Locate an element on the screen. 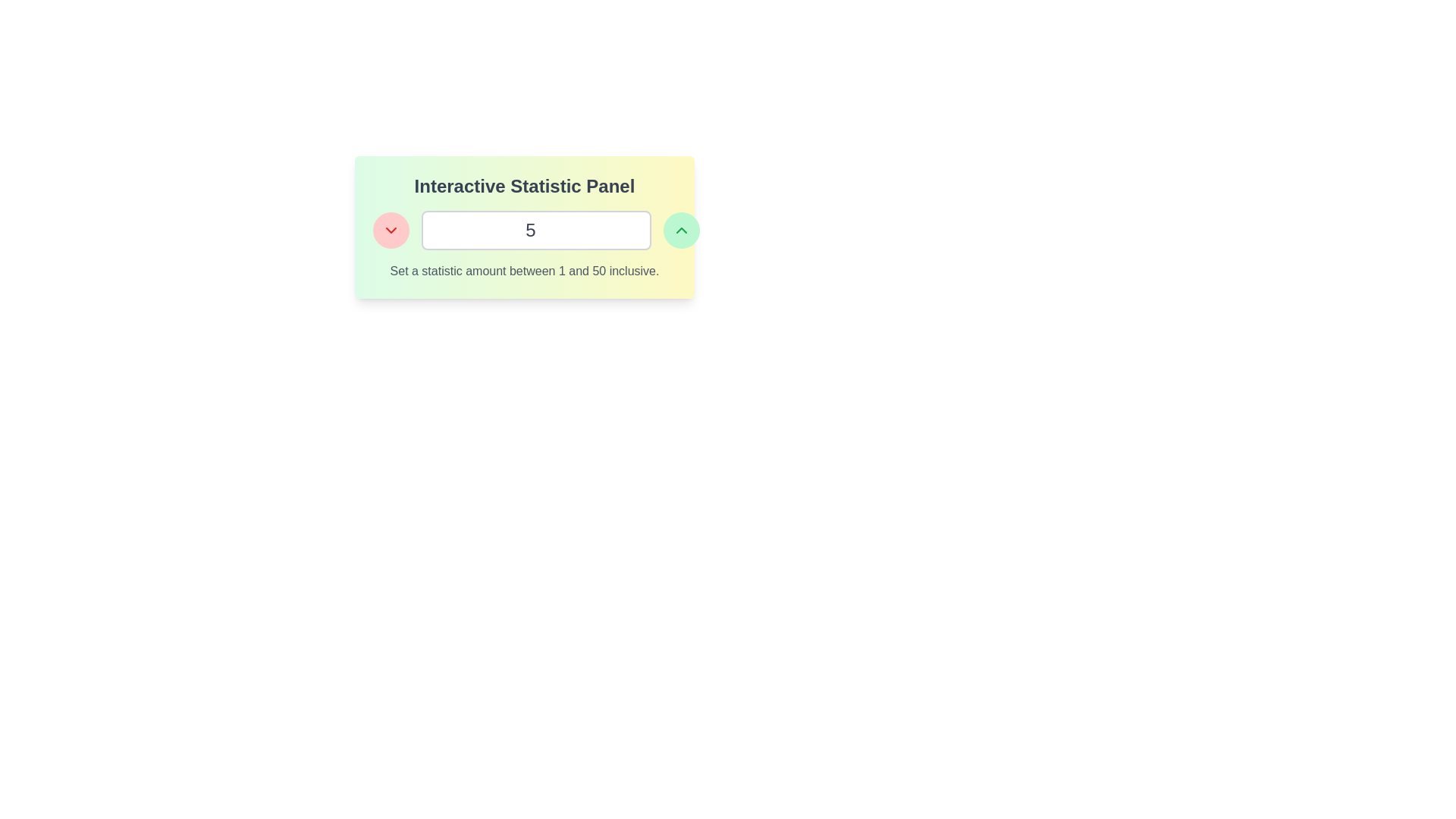  the rightmost button in the 'Interactive Statistic Panel' to increase the numeric value displayed in the adjacent input field is located at coordinates (680, 231).